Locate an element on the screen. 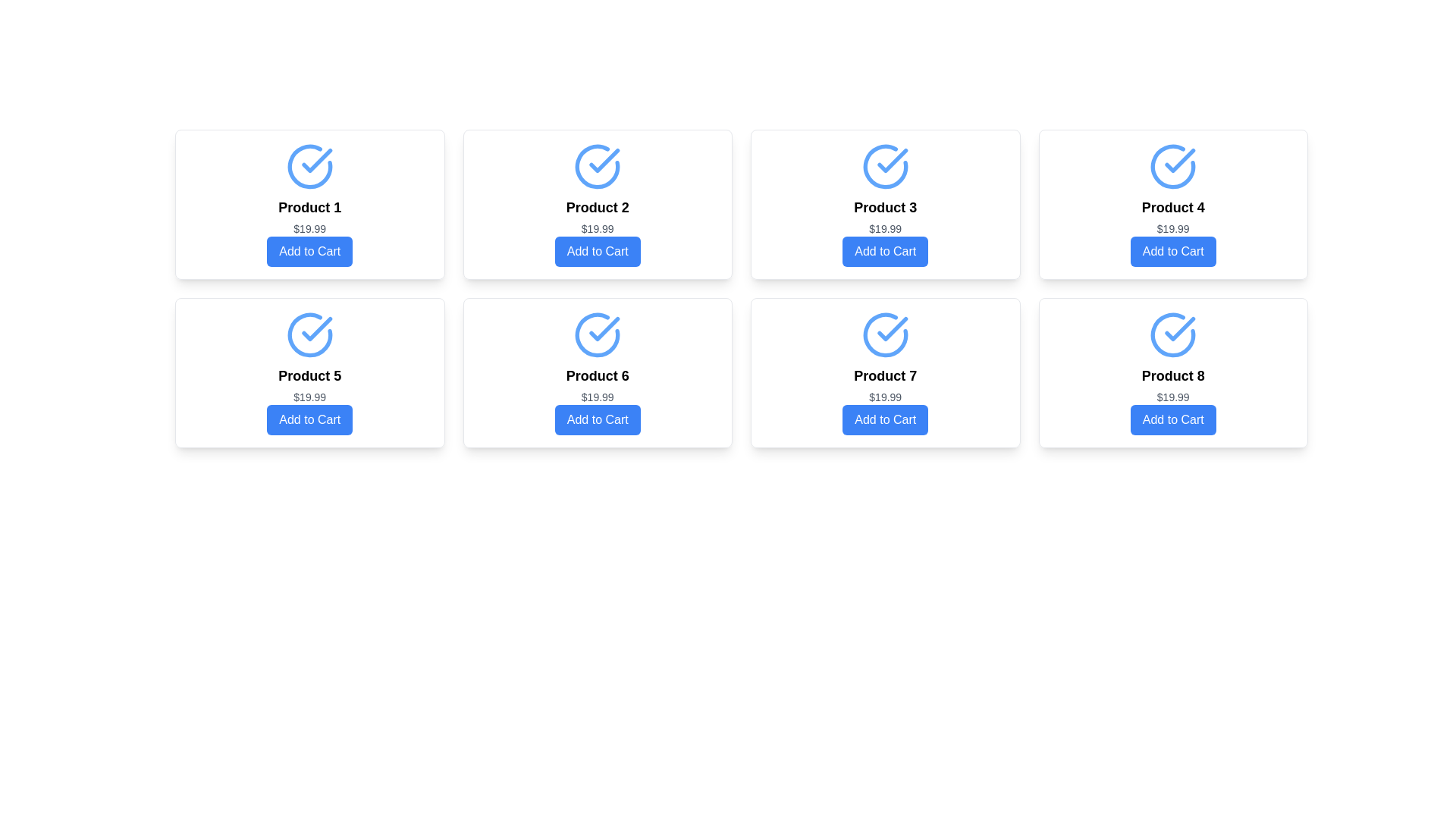 The image size is (1456, 819). the 'Add to Cart' button for 'Product 1' located in the top-left product card is located at coordinates (309, 250).